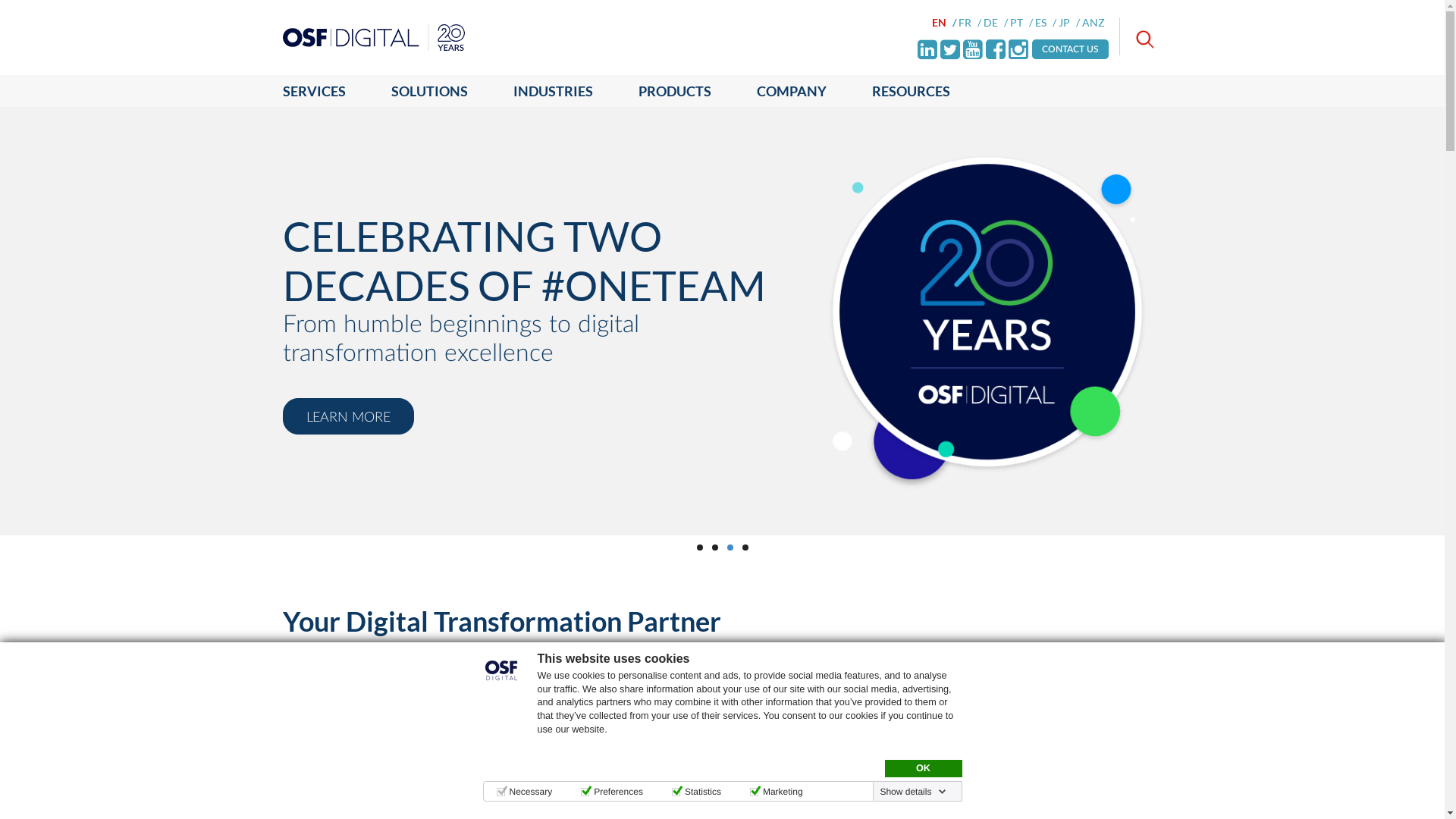  Describe the element at coordinates (1031, 49) in the screenshot. I see `'CONTACT US'` at that location.